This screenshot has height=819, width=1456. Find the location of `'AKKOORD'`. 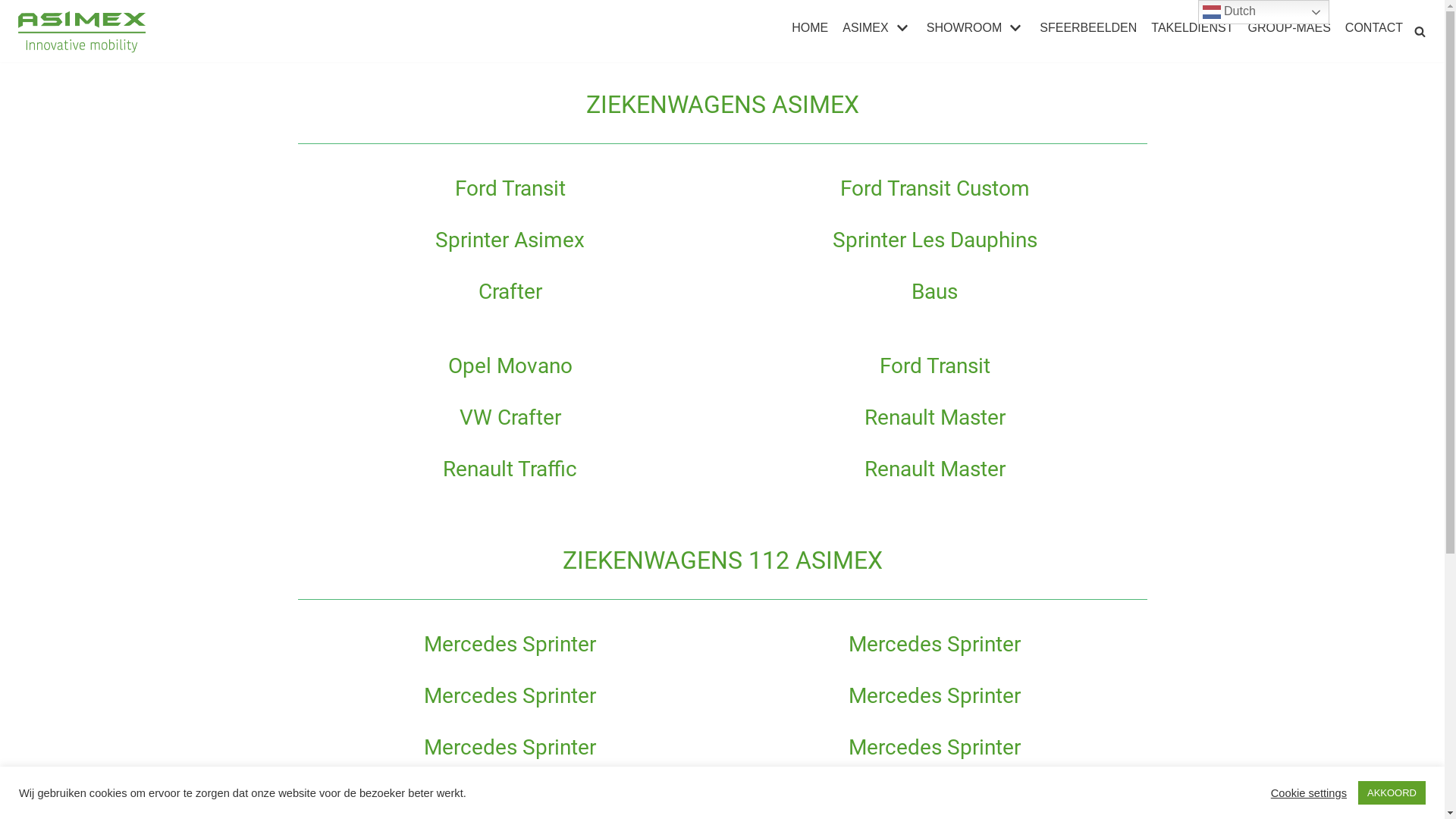

'AKKOORD' is located at coordinates (1392, 792).